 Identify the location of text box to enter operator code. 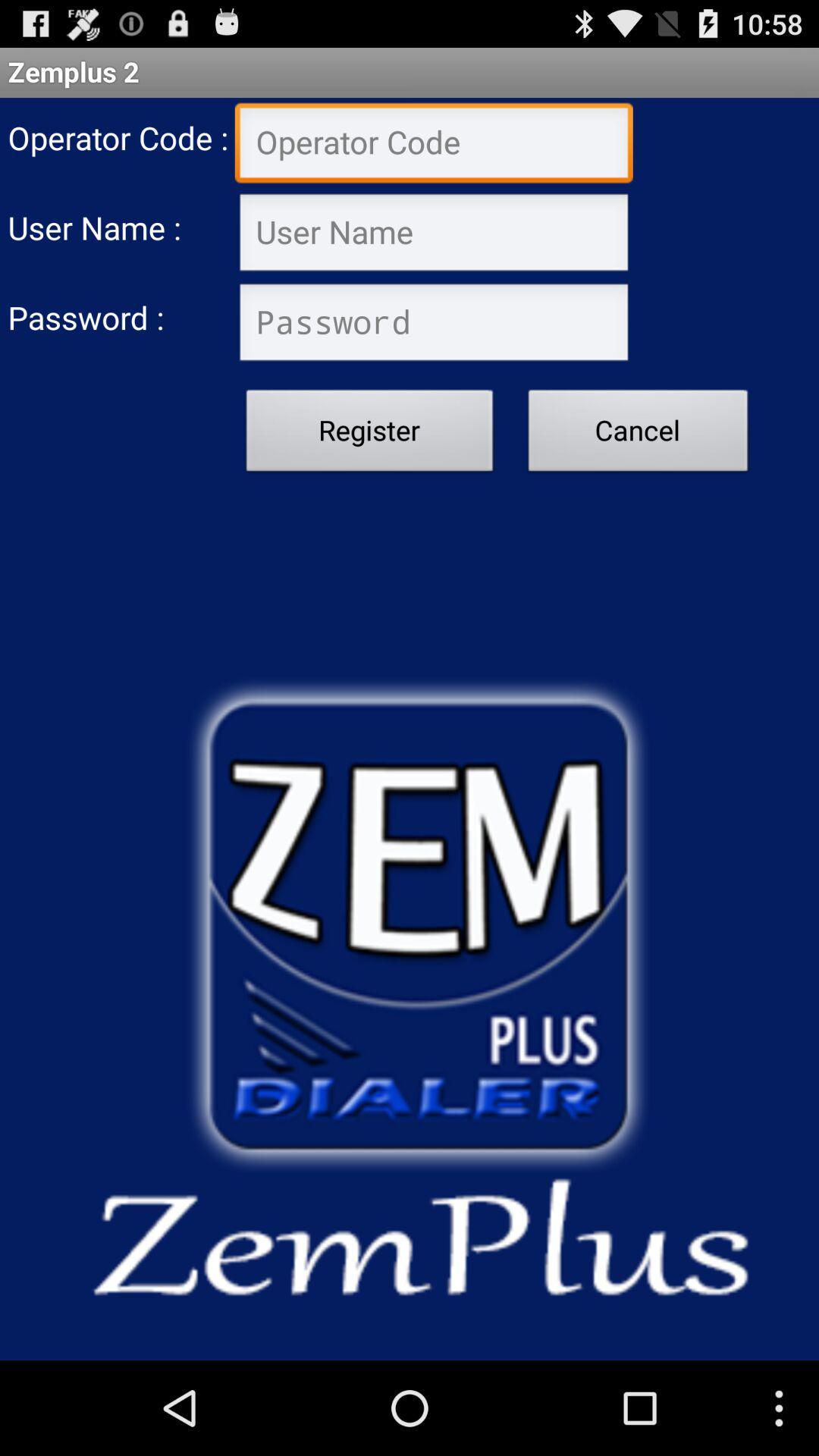
(434, 144).